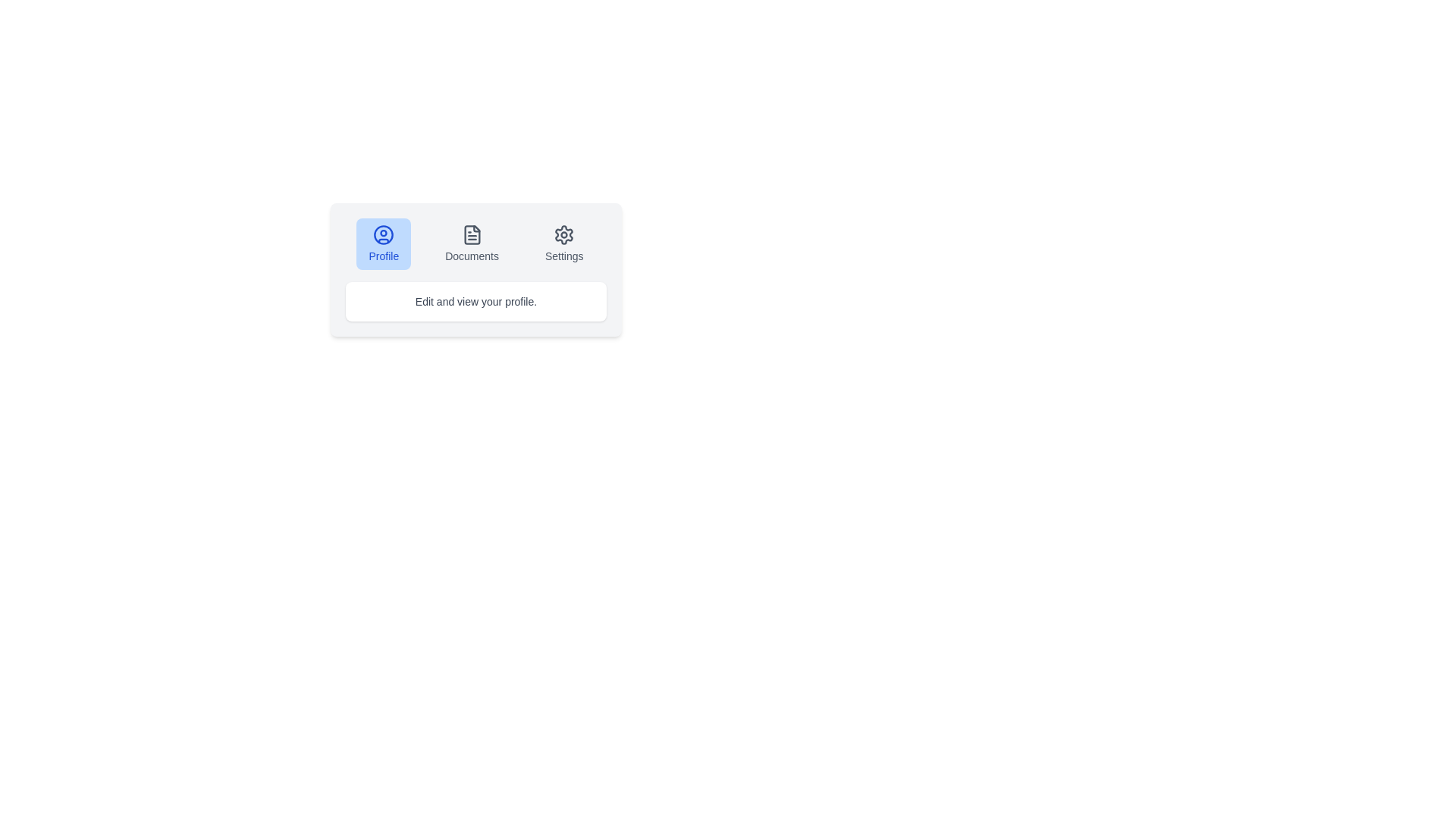 This screenshot has width=1456, height=819. Describe the element at coordinates (471, 234) in the screenshot. I see `the icon in the second slot of the horizontal arrangement` at that location.